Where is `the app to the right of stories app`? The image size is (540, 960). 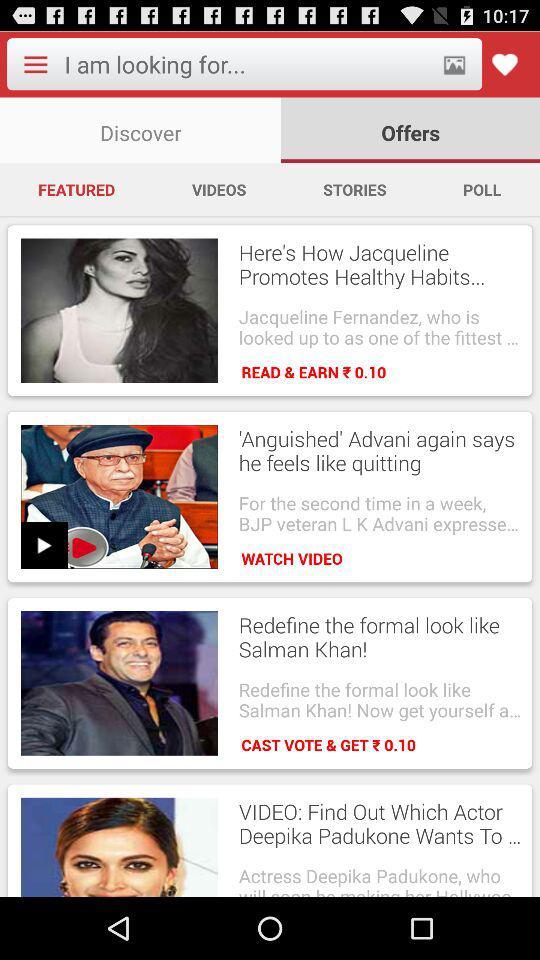 the app to the right of stories app is located at coordinates (481, 189).